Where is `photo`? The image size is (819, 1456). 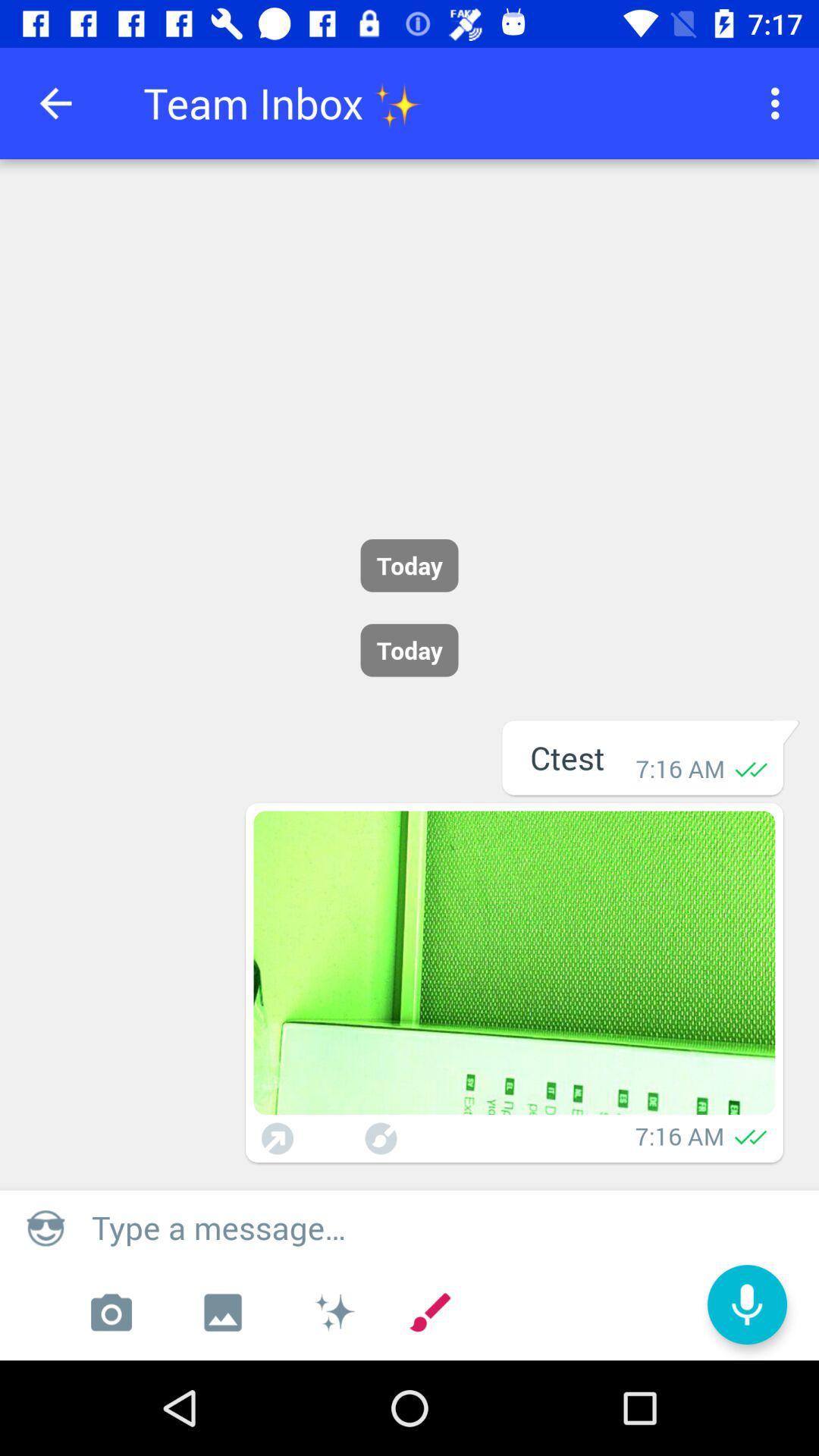
photo is located at coordinates (110, 1312).